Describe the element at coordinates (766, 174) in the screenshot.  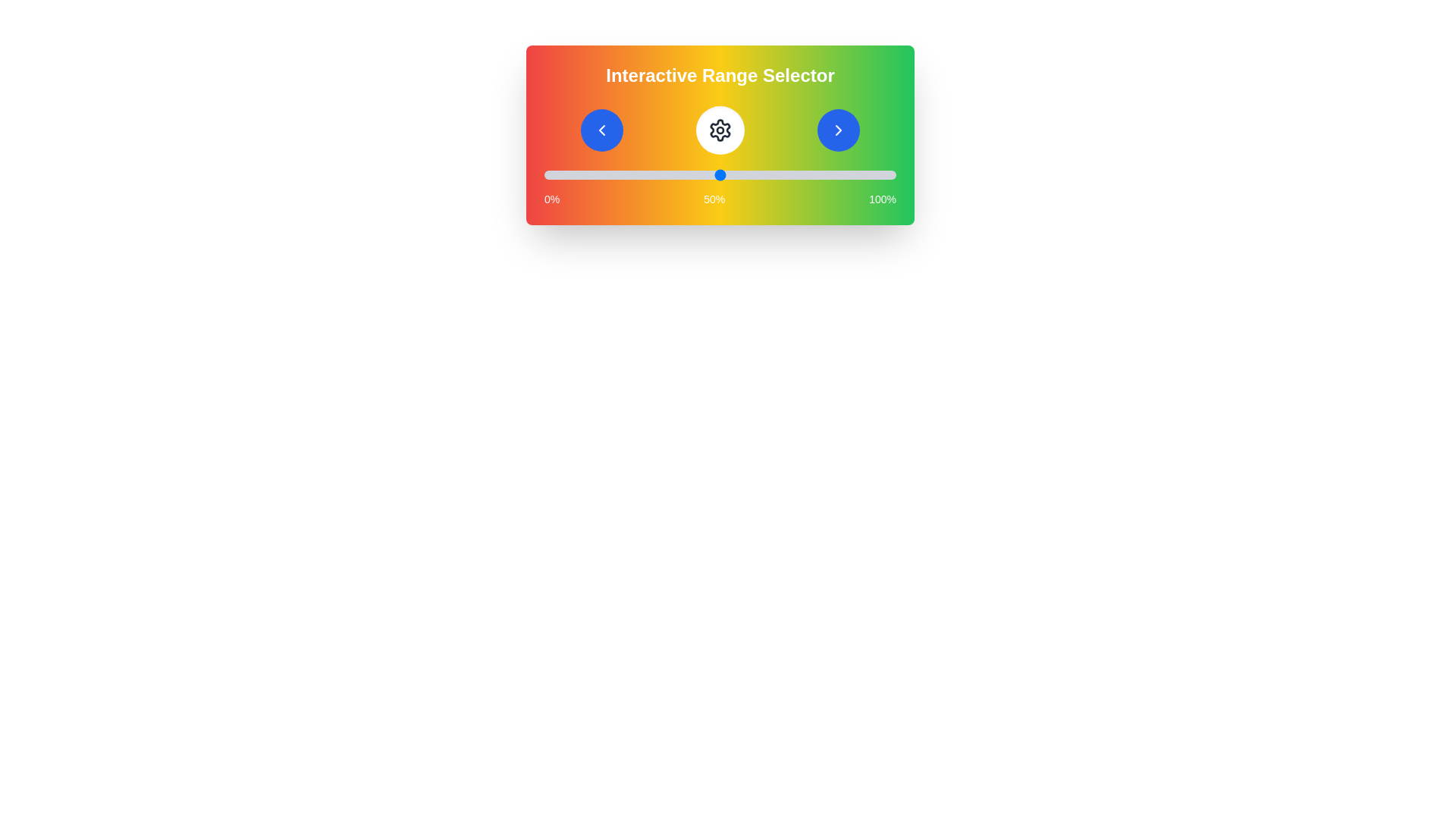
I see `the slider to set the value to 63%` at that location.